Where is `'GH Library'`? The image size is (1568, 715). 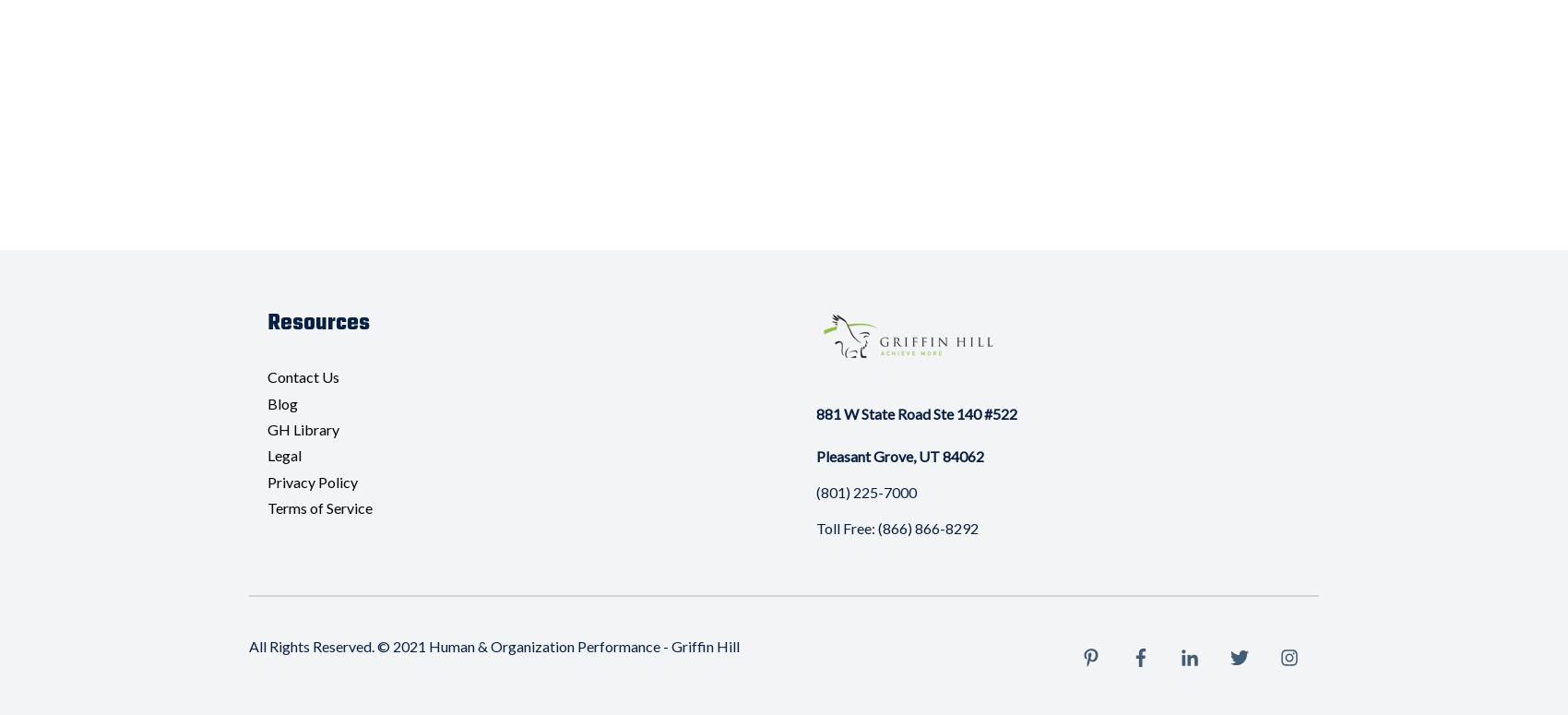 'GH Library' is located at coordinates (302, 429).